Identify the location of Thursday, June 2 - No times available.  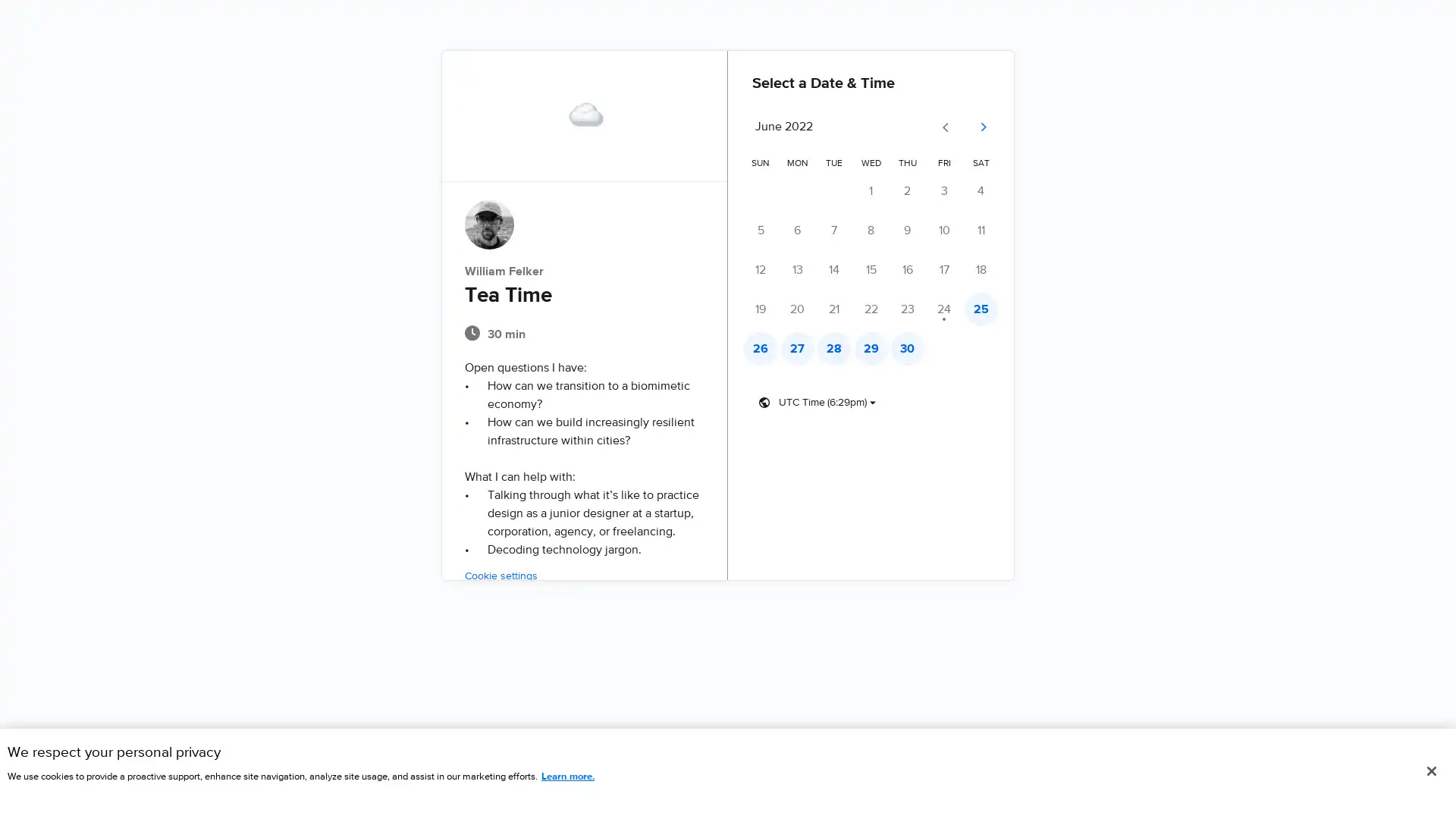
(917, 190).